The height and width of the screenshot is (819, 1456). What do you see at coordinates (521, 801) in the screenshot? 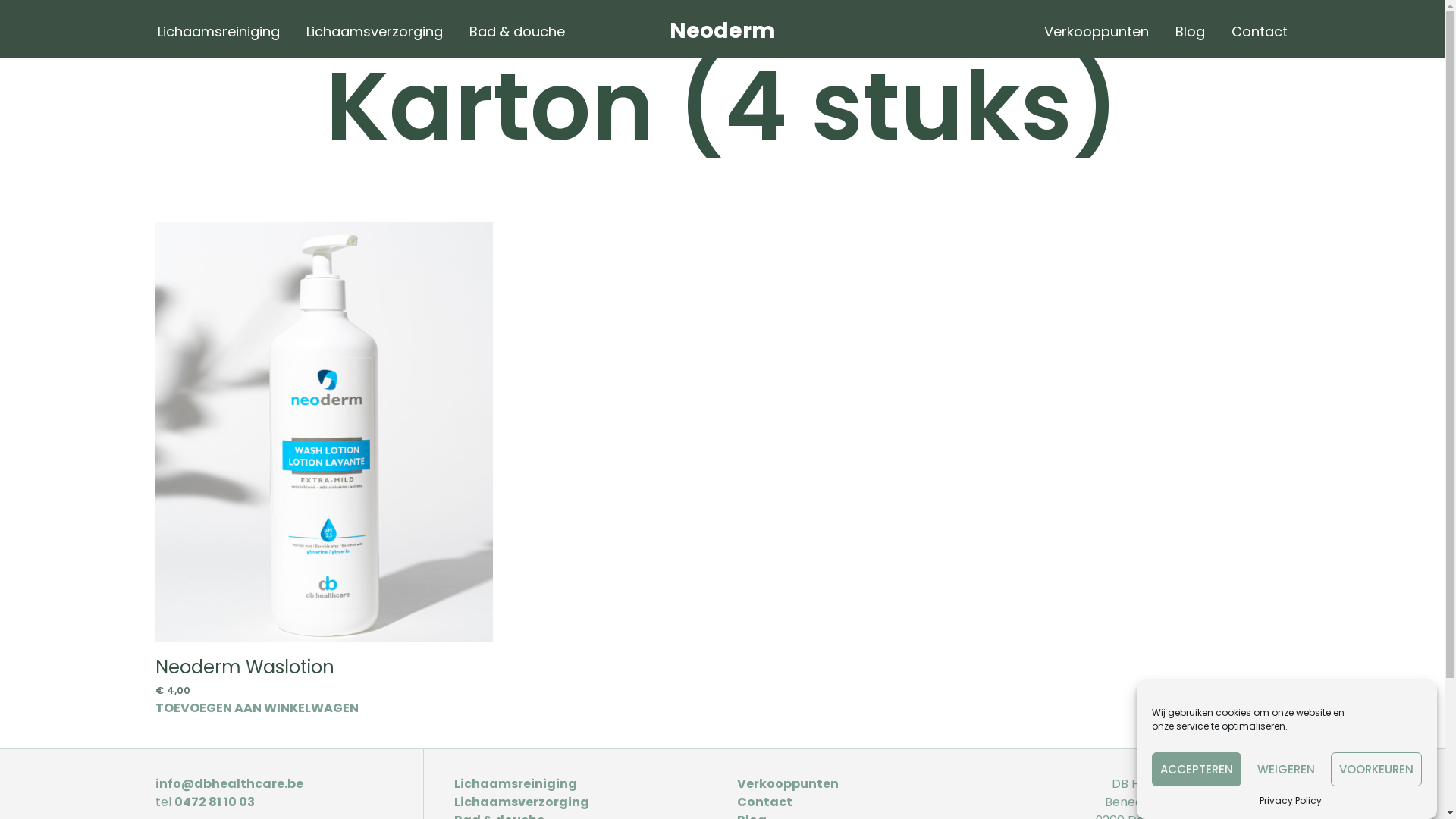
I see `'Lichaamsverzorging'` at bounding box center [521, 801].